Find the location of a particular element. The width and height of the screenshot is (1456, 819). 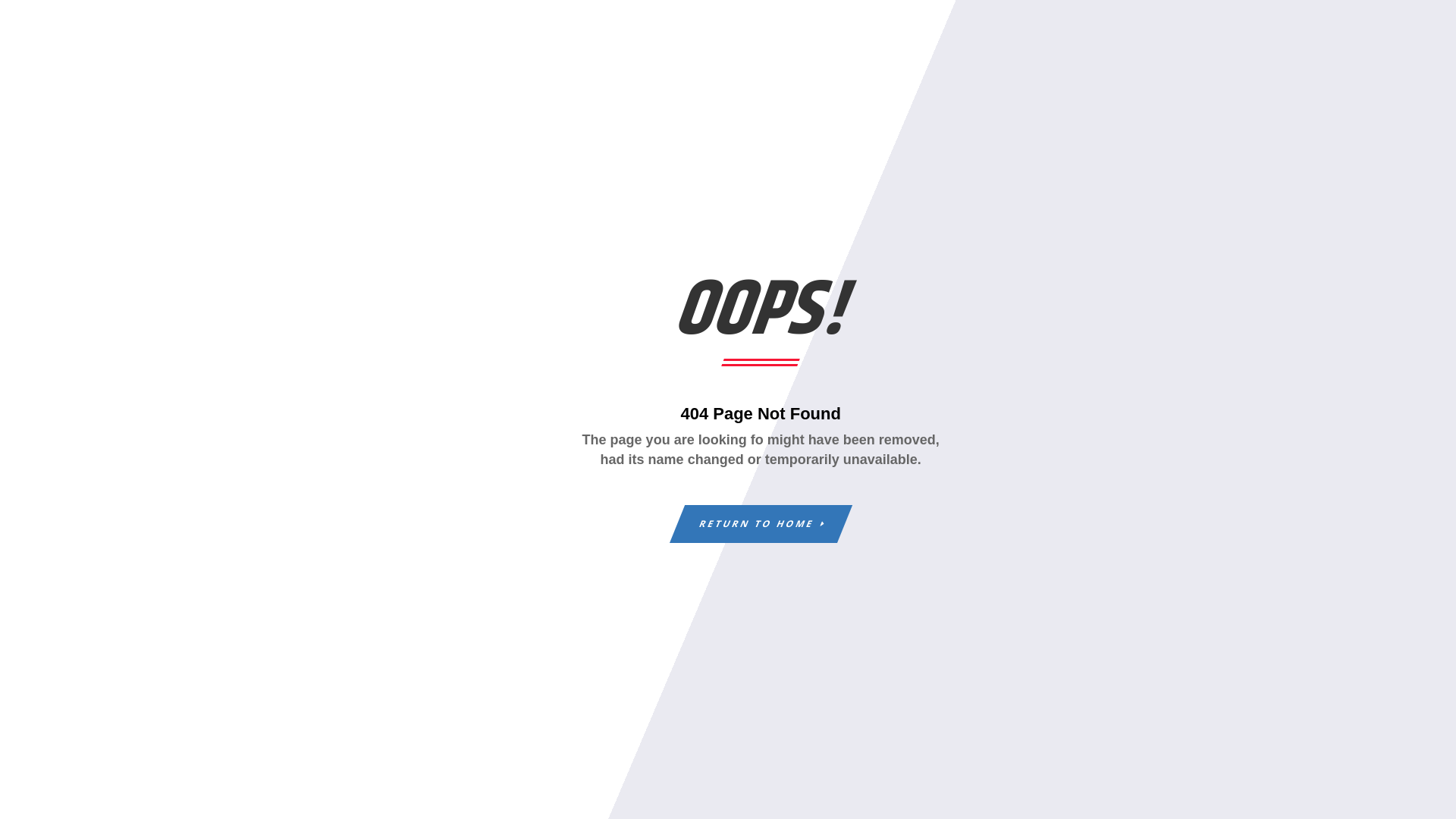

'RETURN TO HOME' is located at coordinates (752, 522).